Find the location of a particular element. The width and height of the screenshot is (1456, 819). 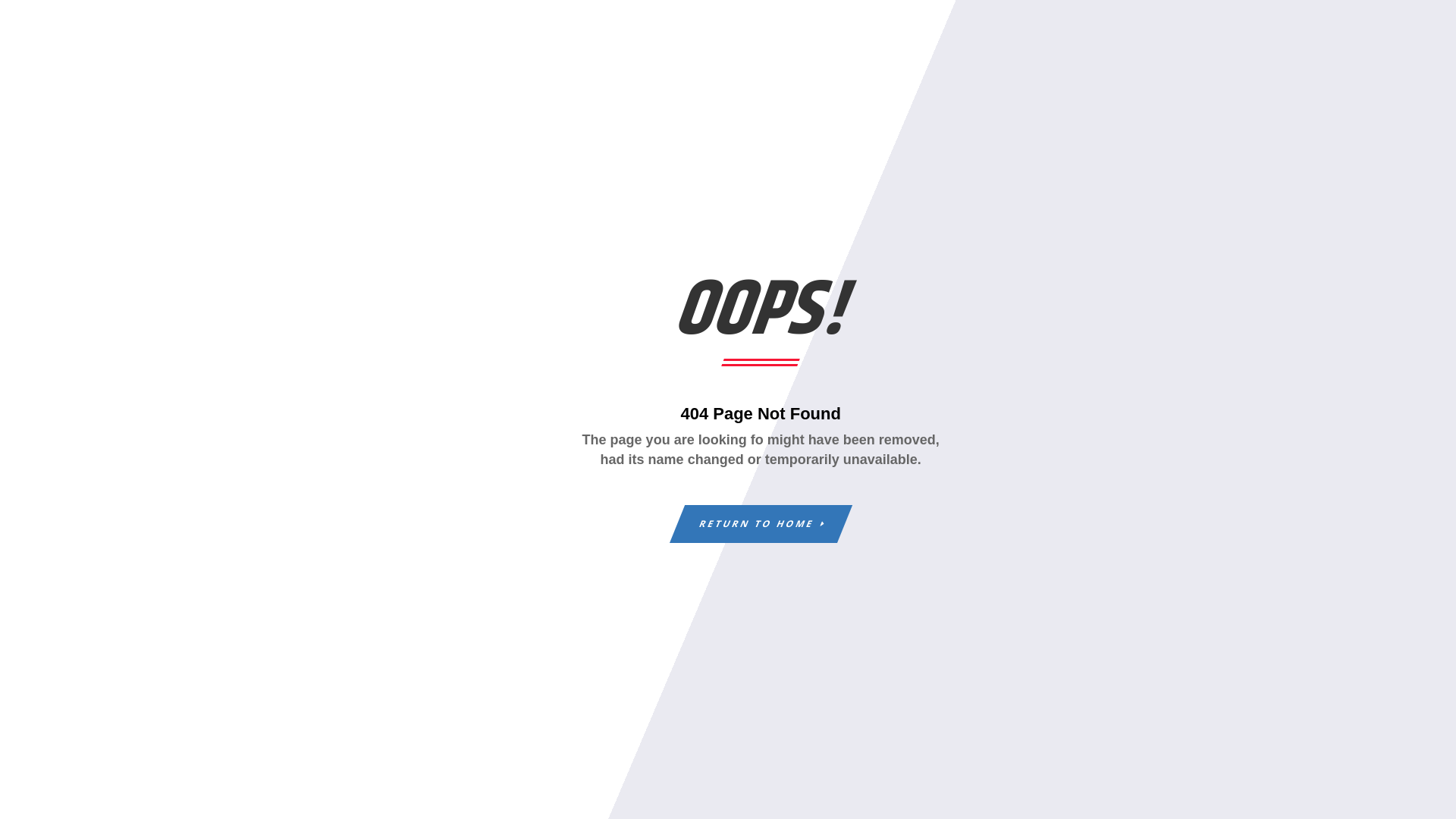

'RETURN TO HOME' is located at coordinates (752, 522).